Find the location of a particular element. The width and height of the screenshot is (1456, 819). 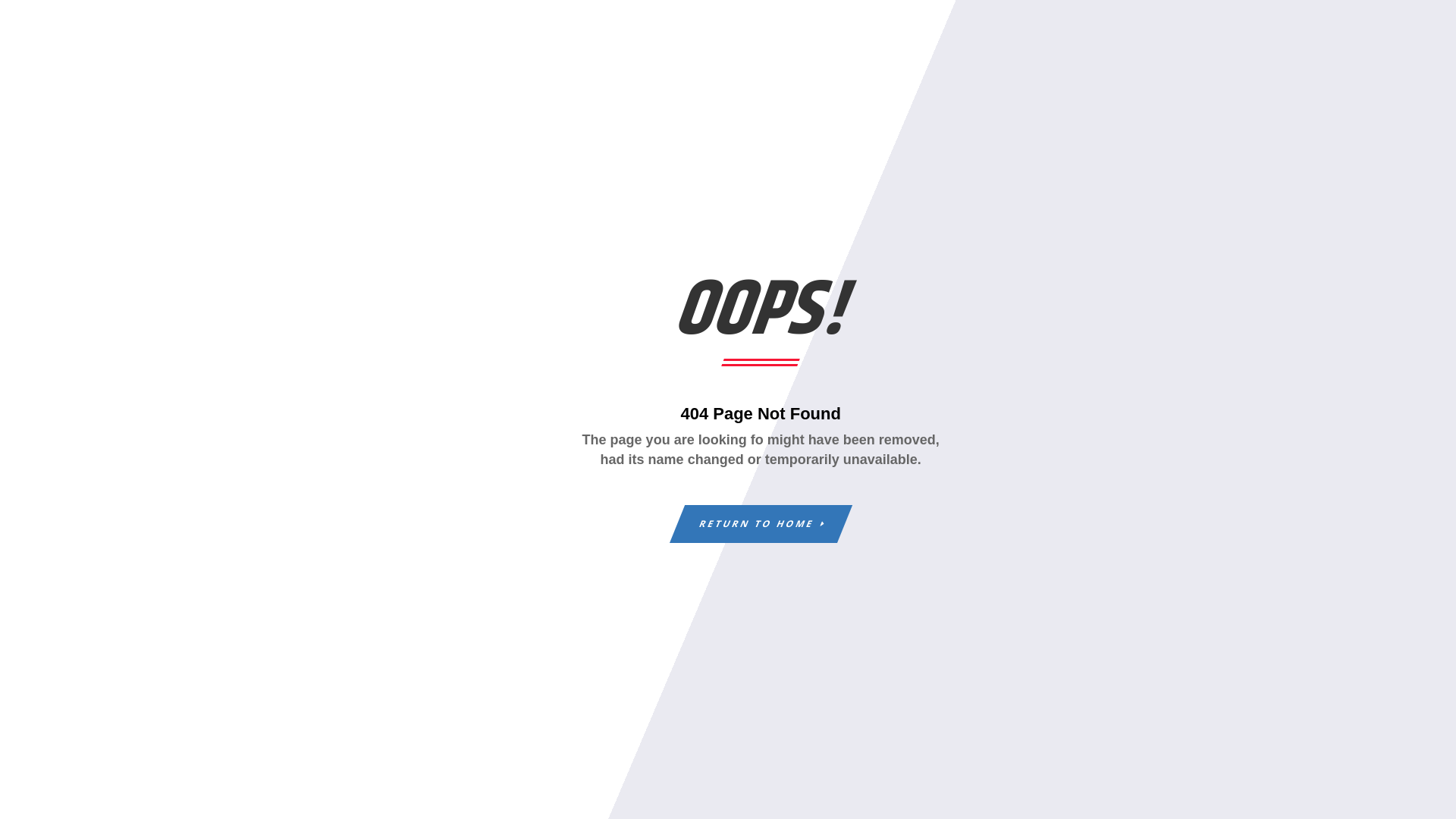

'RETURN TO HOME' is located at coordinates (752, 522).